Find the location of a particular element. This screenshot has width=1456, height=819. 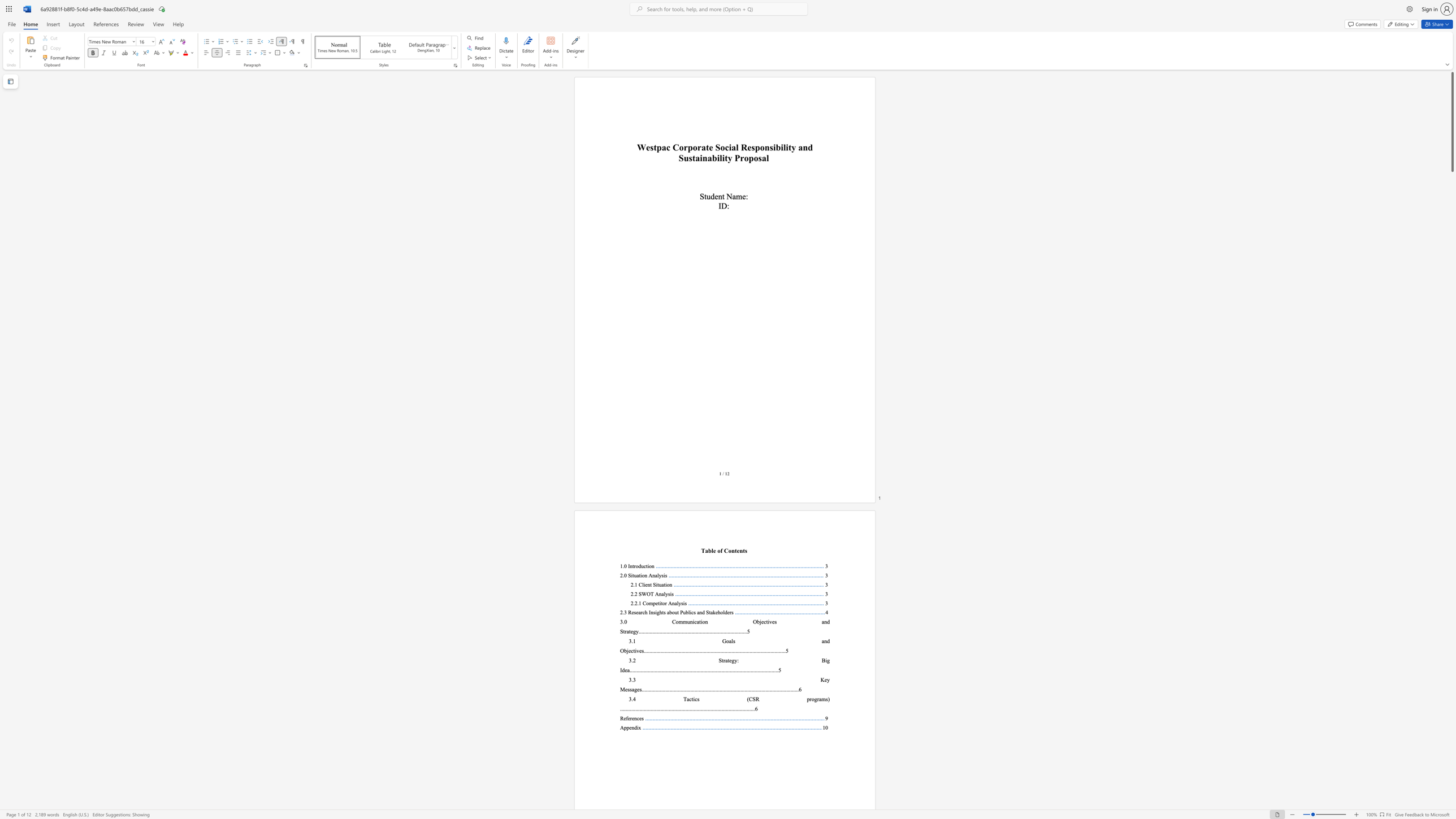

the subset text "sis" within the text "2.0 Situation Analysis" is located at coordinates (661, 575).